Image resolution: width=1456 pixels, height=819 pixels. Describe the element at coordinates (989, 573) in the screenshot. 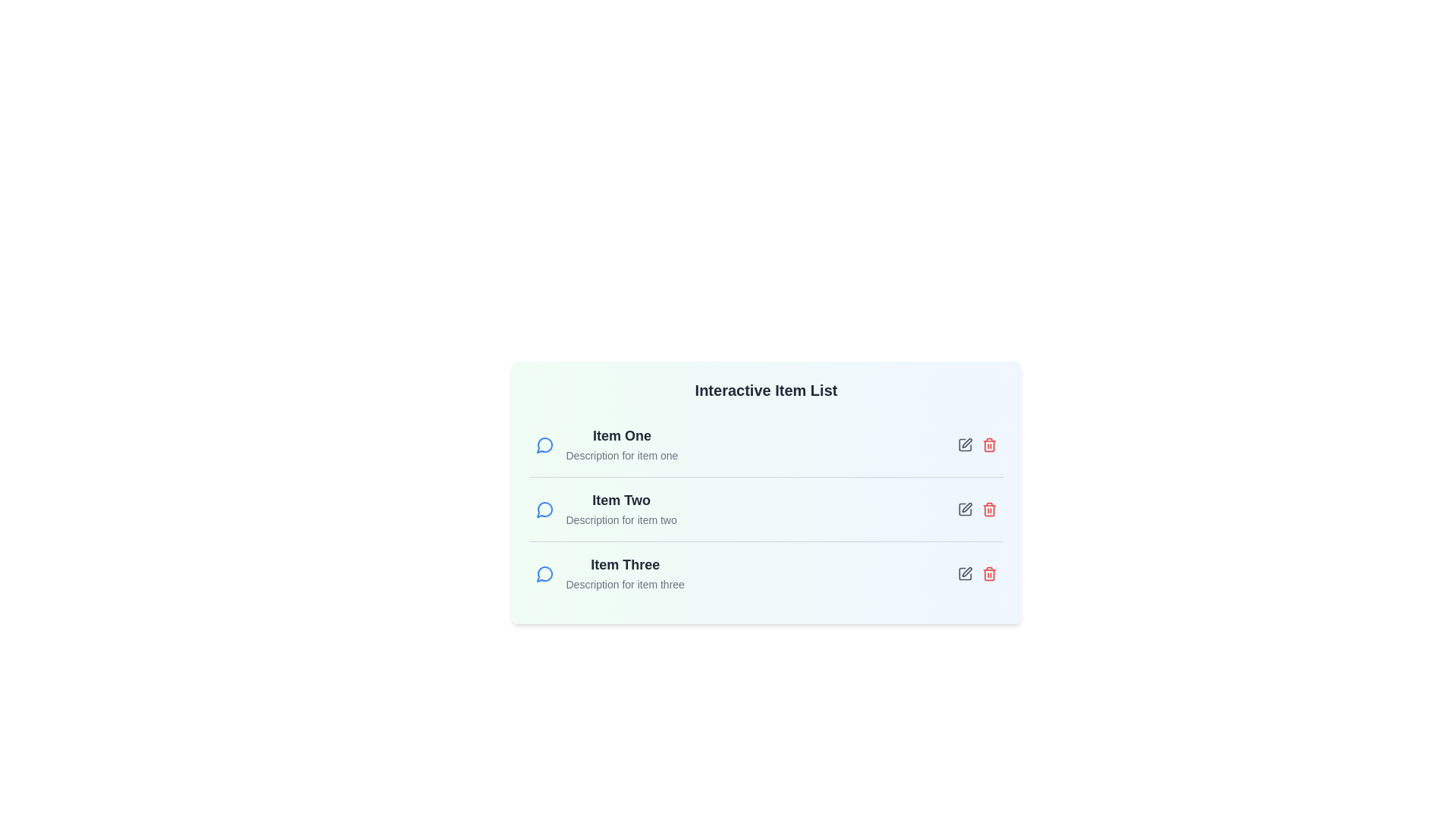

I see `the delete icon for the item Item Three` at that location.